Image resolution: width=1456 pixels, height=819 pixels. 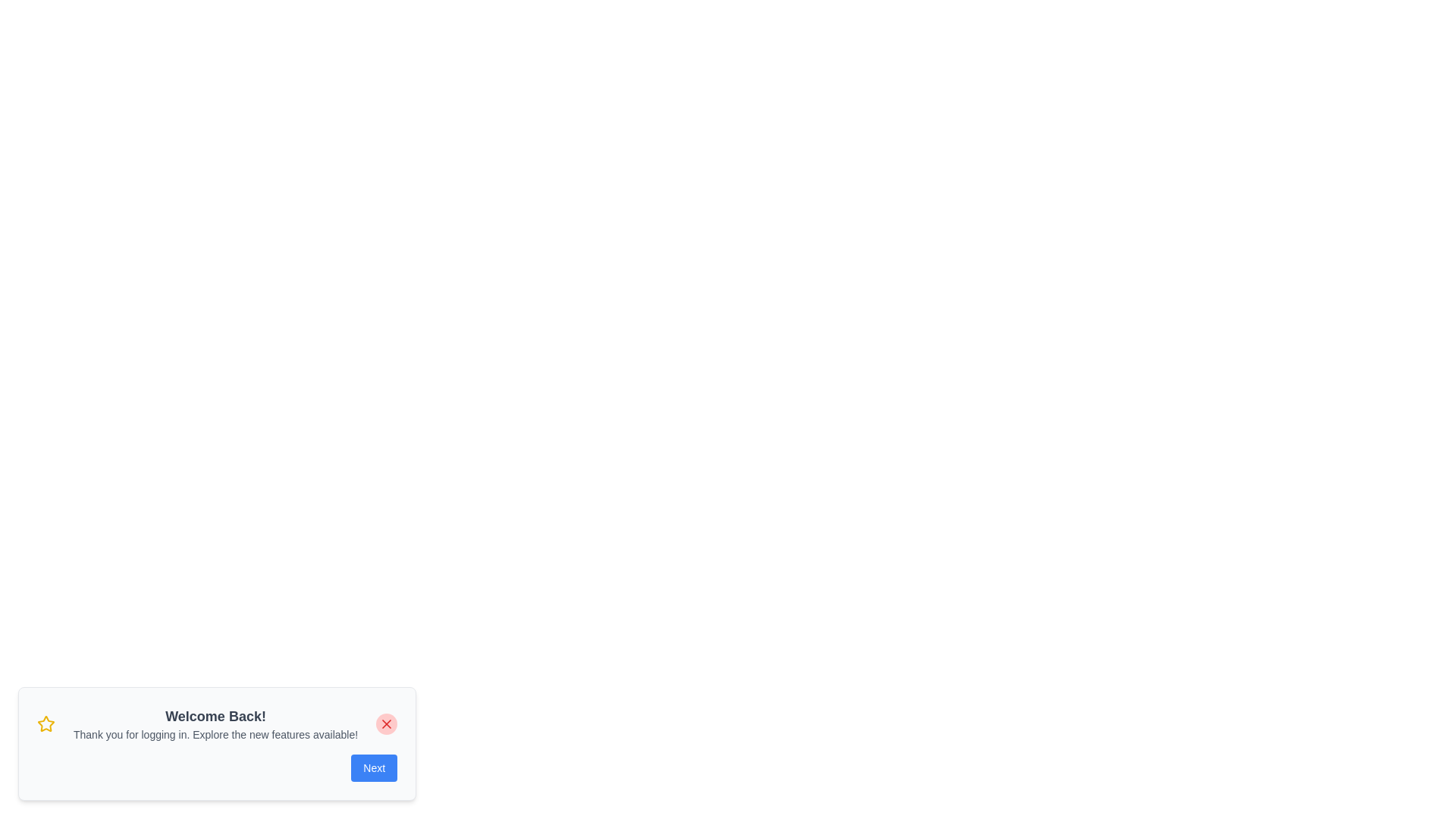 What do you see at coordinates (46, 723) in the screenshot?
I see `the notification's star icon` at bounding box center [46, 723].